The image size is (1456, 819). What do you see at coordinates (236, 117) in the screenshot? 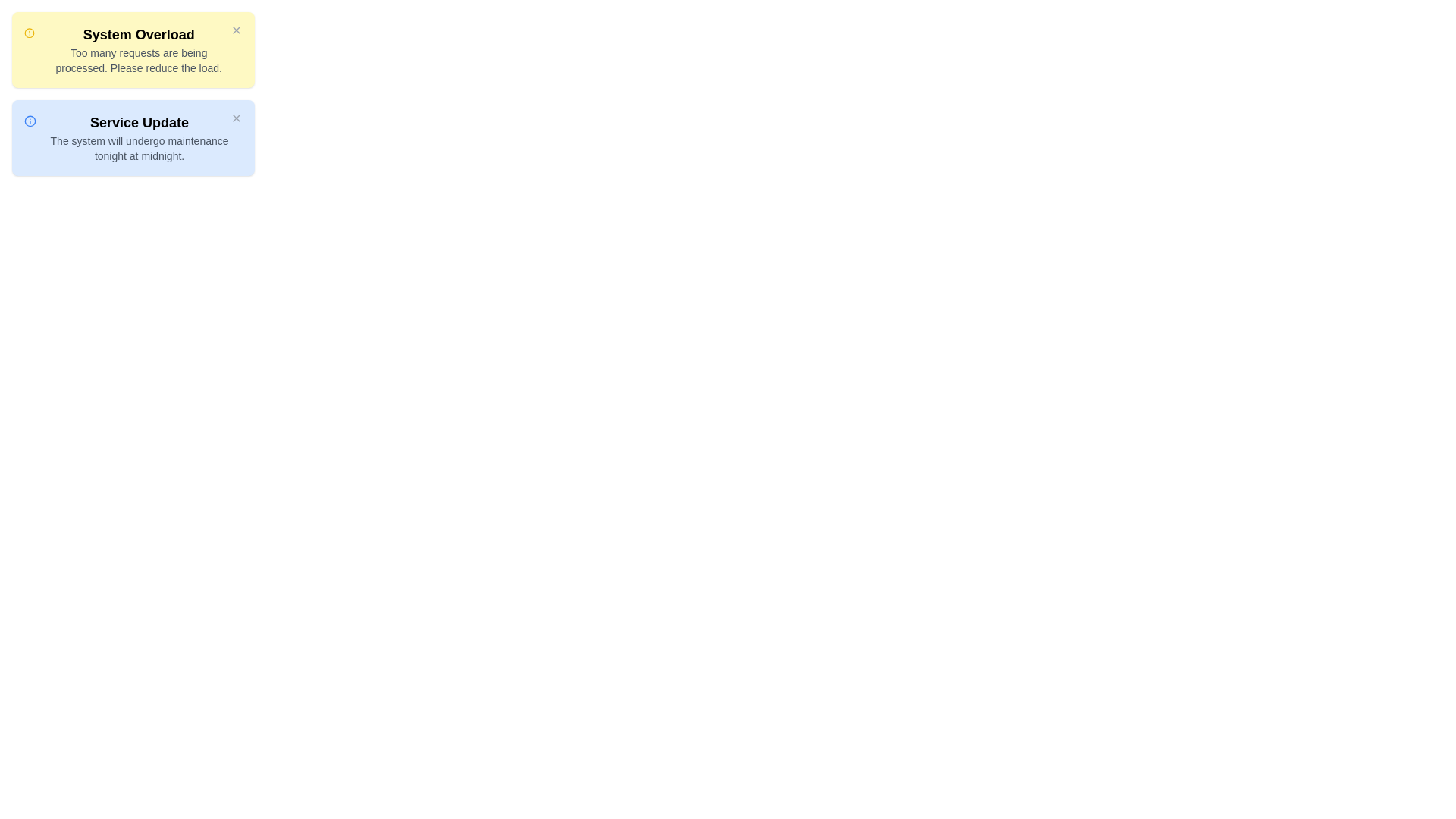
I see `the 'X' shaped gray button at the top-right corner of the blue notification card` at bounding box center [236, 117].